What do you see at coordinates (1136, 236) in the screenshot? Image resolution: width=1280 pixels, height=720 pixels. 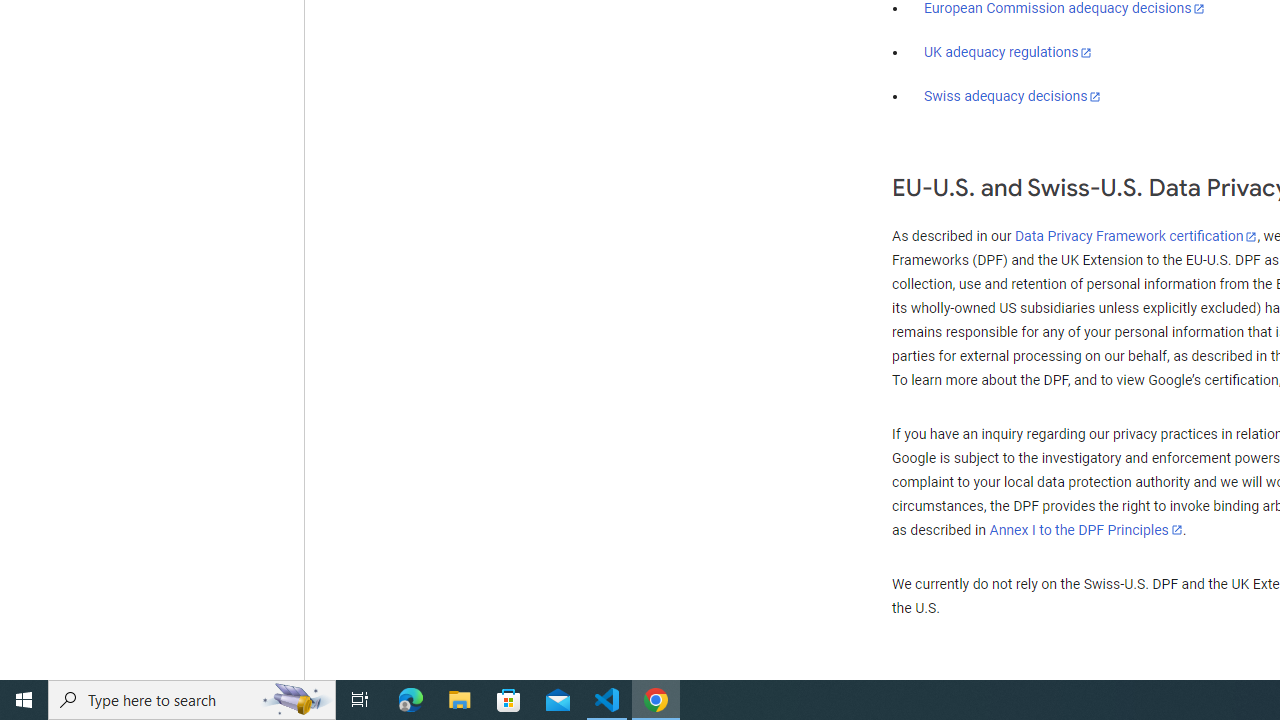 I see `'Data Privacy Framework certification'` at bounding box center [1136, 236].